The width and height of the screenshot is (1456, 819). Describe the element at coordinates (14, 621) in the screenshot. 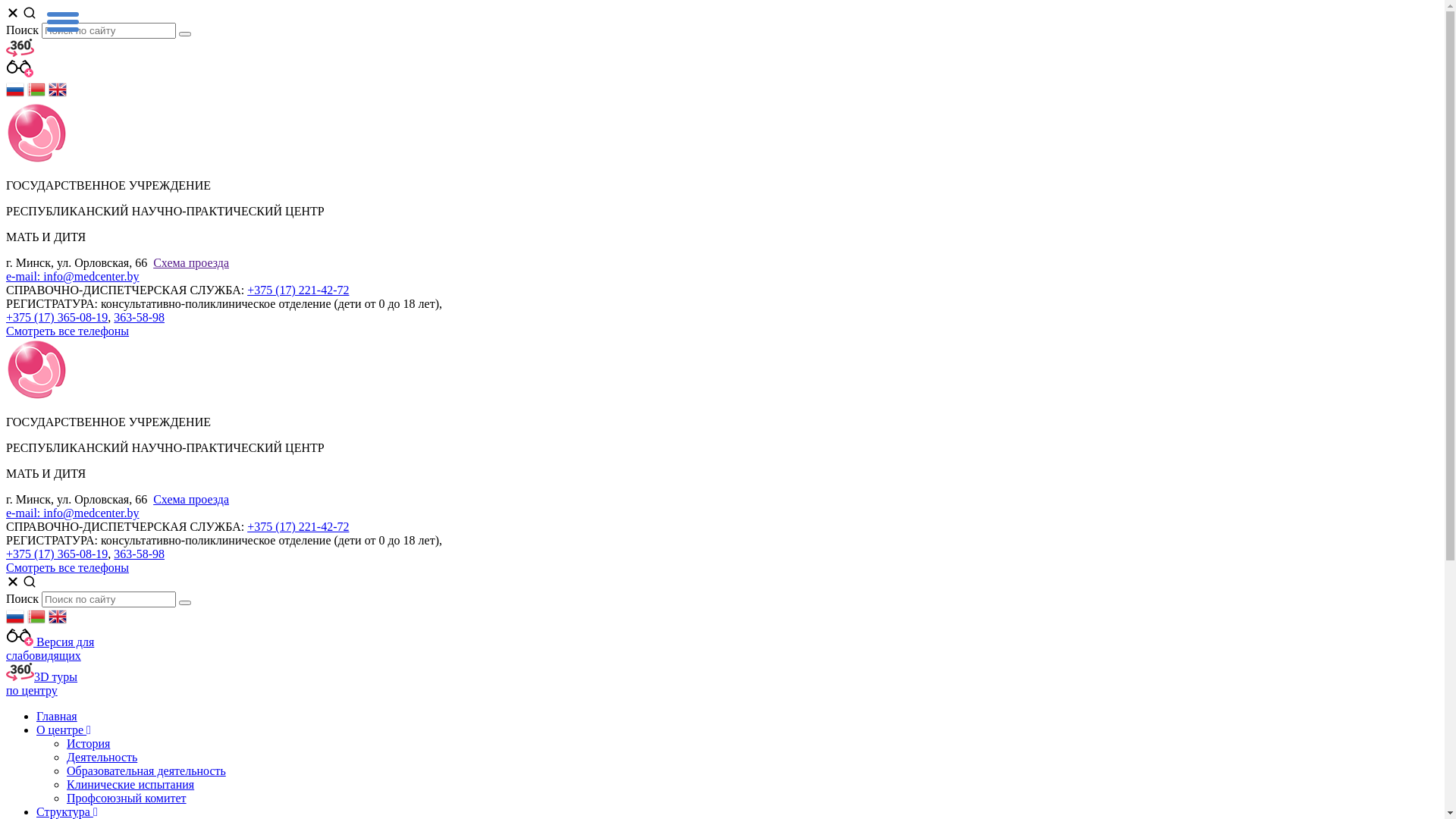

I see `'Russian'` at that location.